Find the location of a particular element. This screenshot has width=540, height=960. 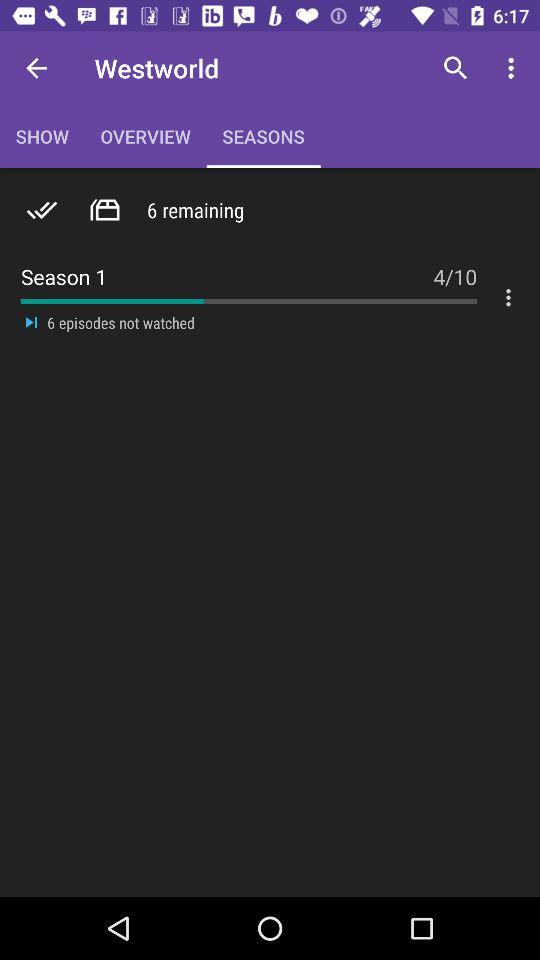

the item below show is located at coordinates (104, 210).